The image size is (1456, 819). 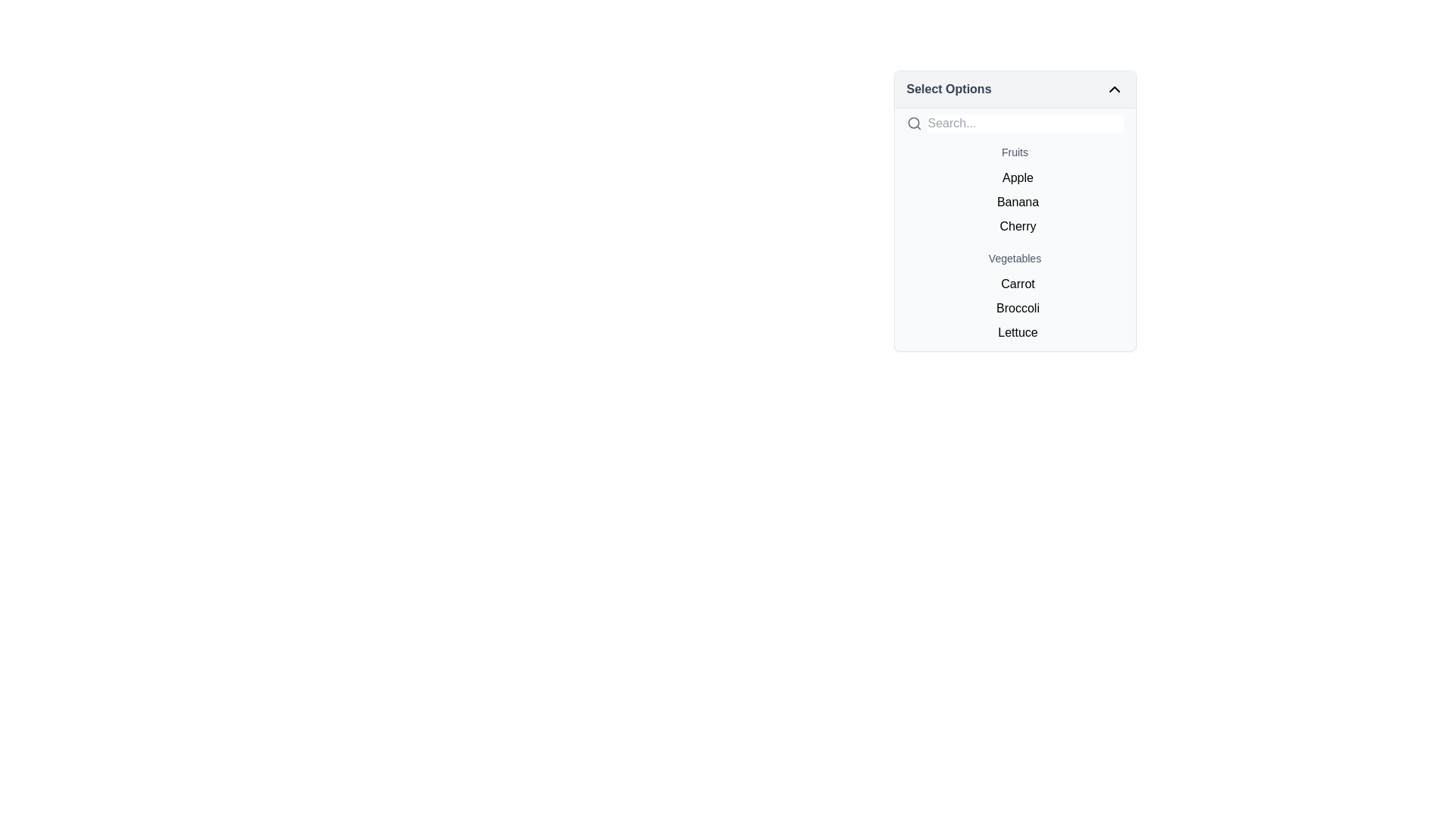 I want to click on the list item labeled 'Broccoli', which is the second item in the dropdown list under the 'Vegetables' category, so click(x=1018, y=308).